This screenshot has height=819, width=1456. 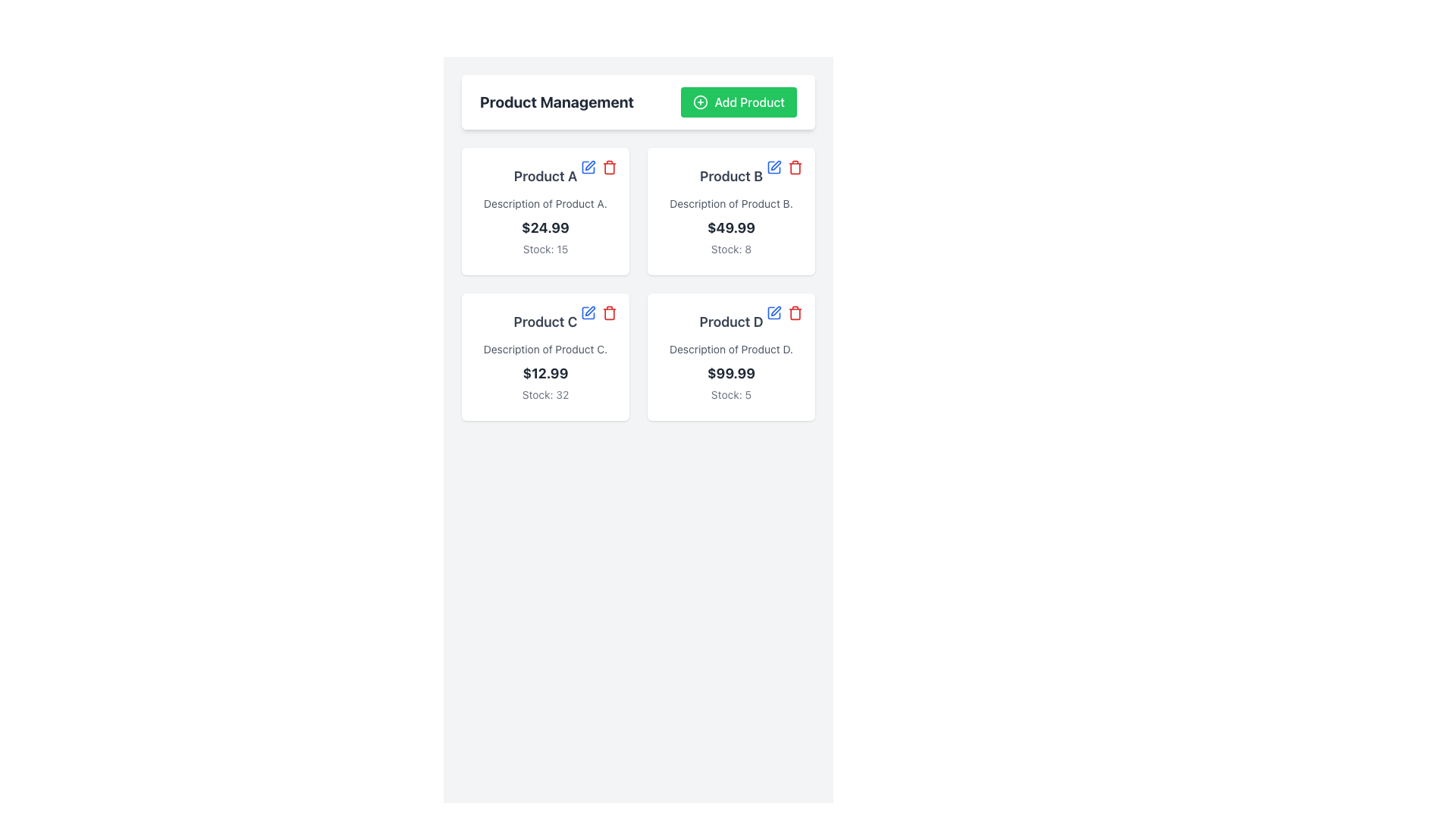 I want to click on price value displayed in the bold text label located in the fourth product card, positioned beneath 'Description of Product D.' and above 'Stock: 5.', so click(x=731, y=374).